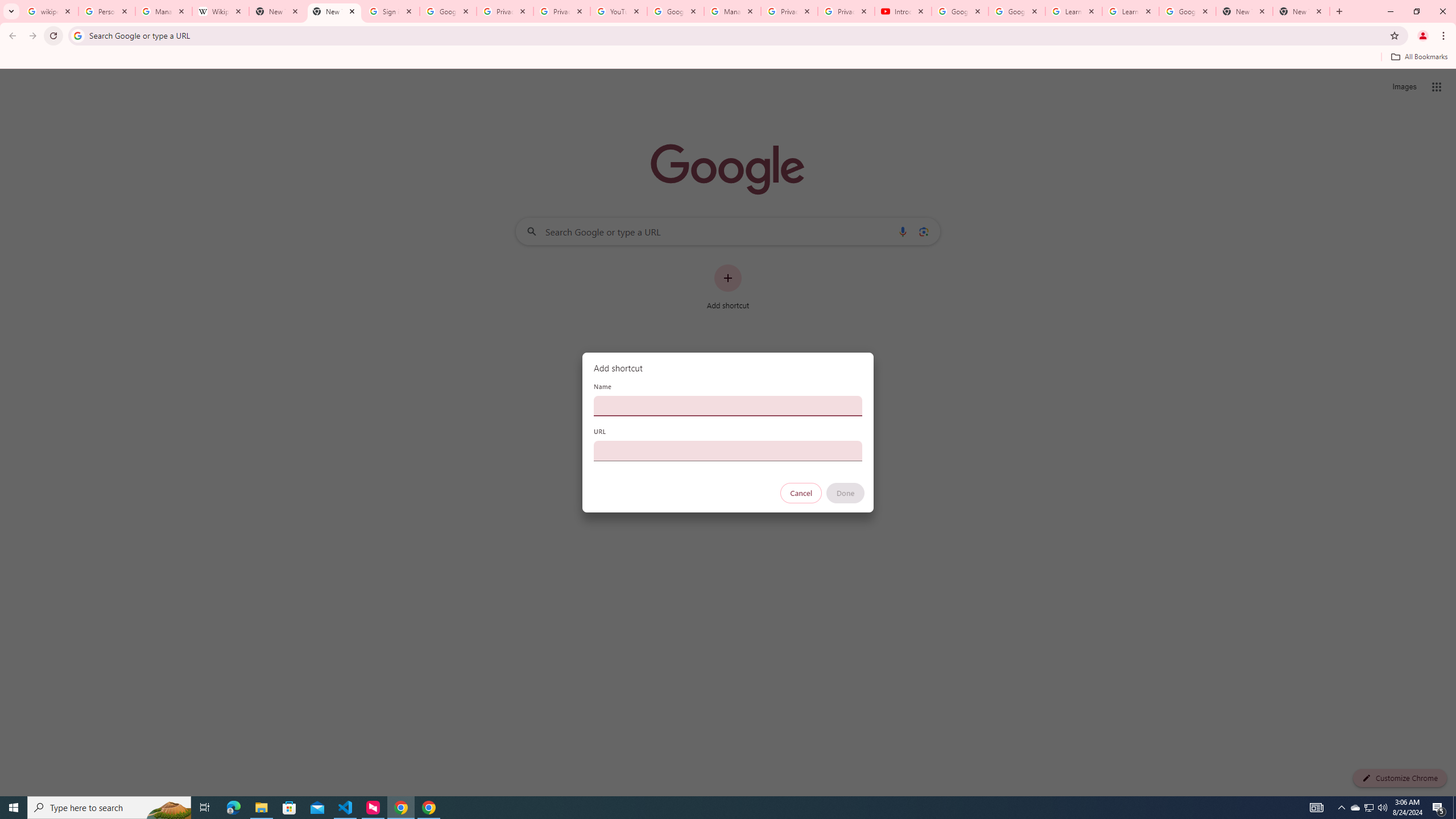 The height and width of the screenshot is (819, 1456). I want to click on 'Sign in - Google Accounts', so click(391, 11).